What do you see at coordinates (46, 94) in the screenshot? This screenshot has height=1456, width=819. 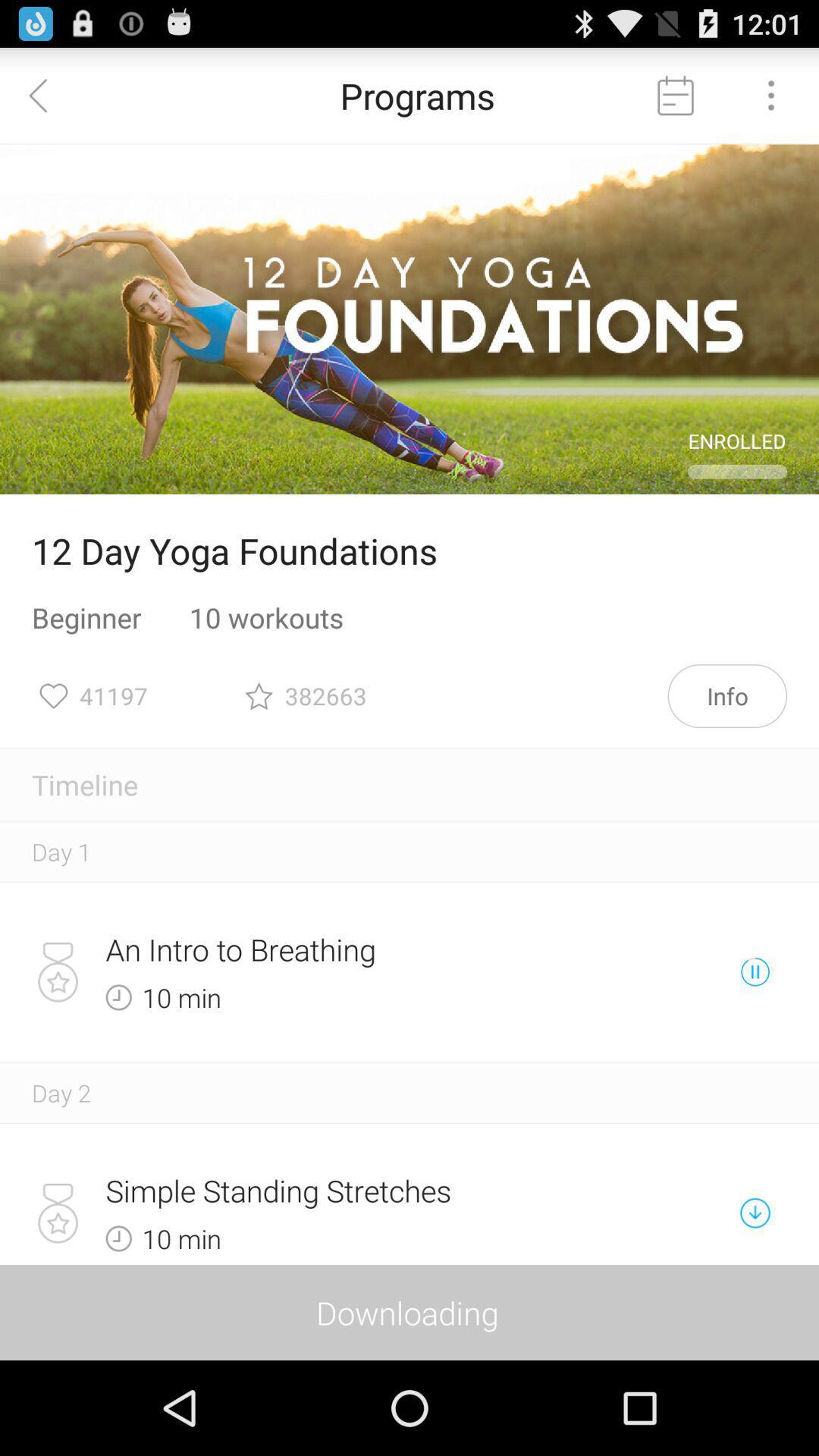 I see `go back` at bounding box center [46, 94].